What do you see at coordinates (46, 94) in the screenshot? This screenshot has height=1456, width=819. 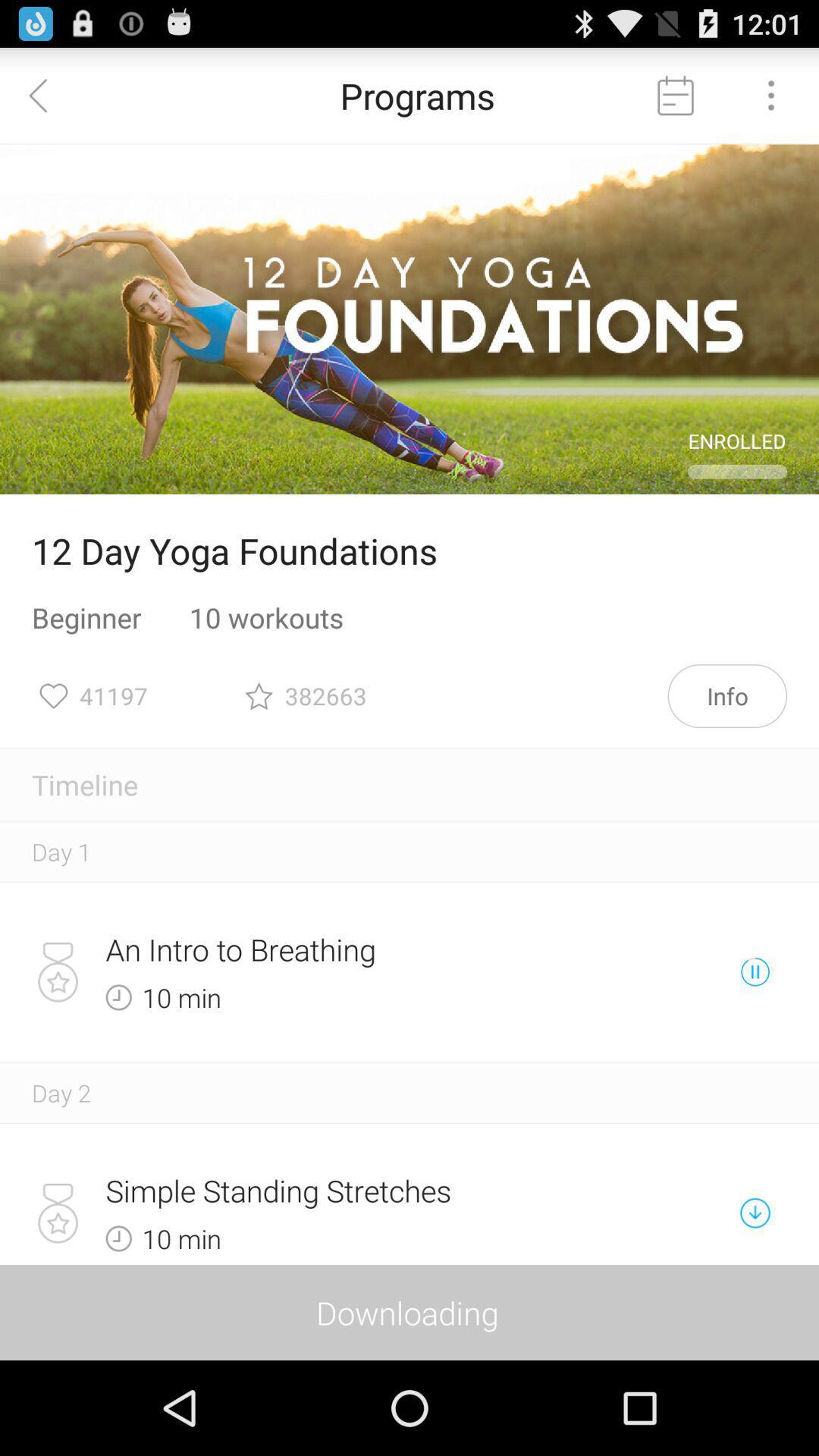 I see `go back` at bounding box center [46, 94].